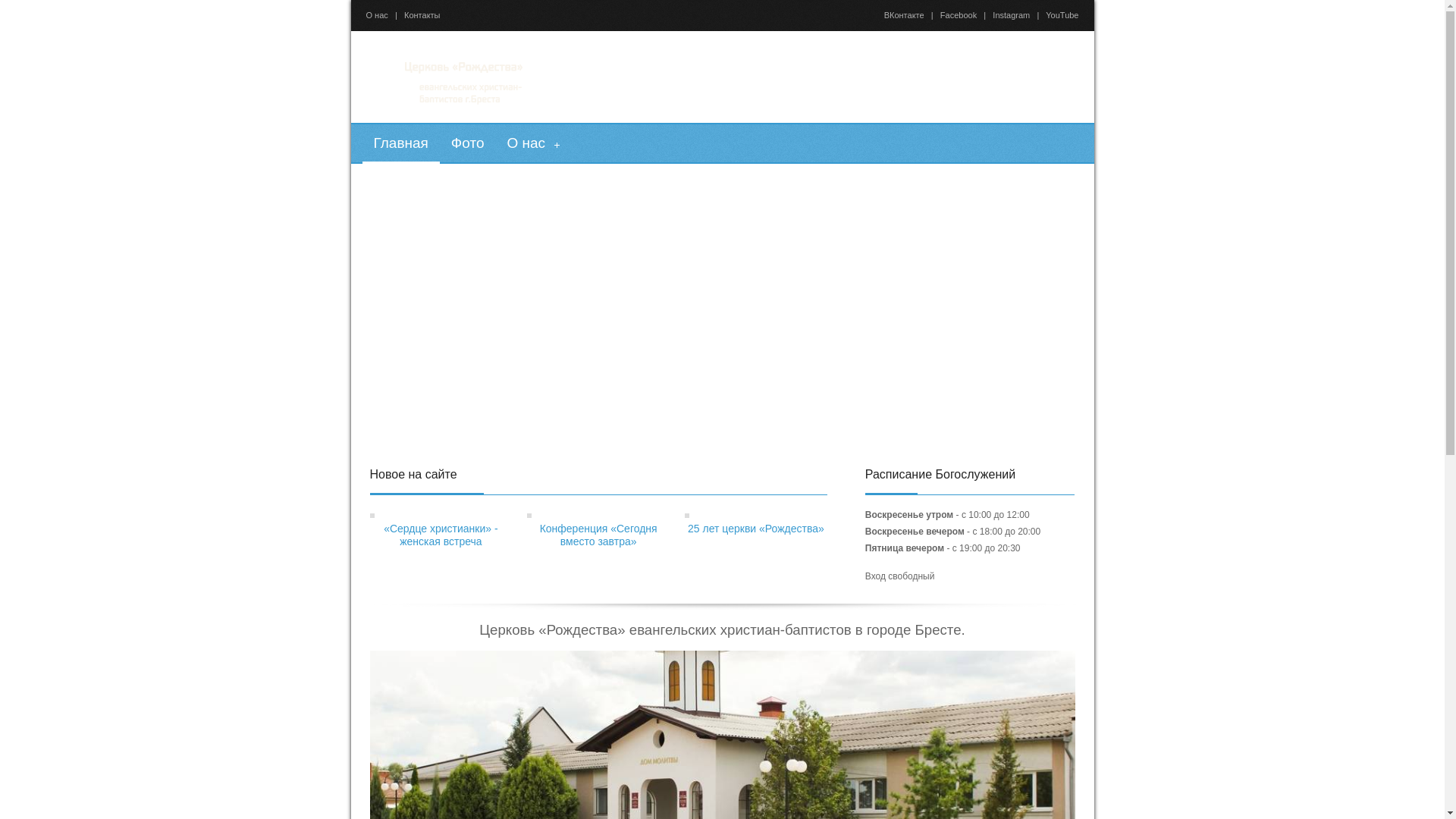  I want to click on 'Facebook', so click(957, 14).